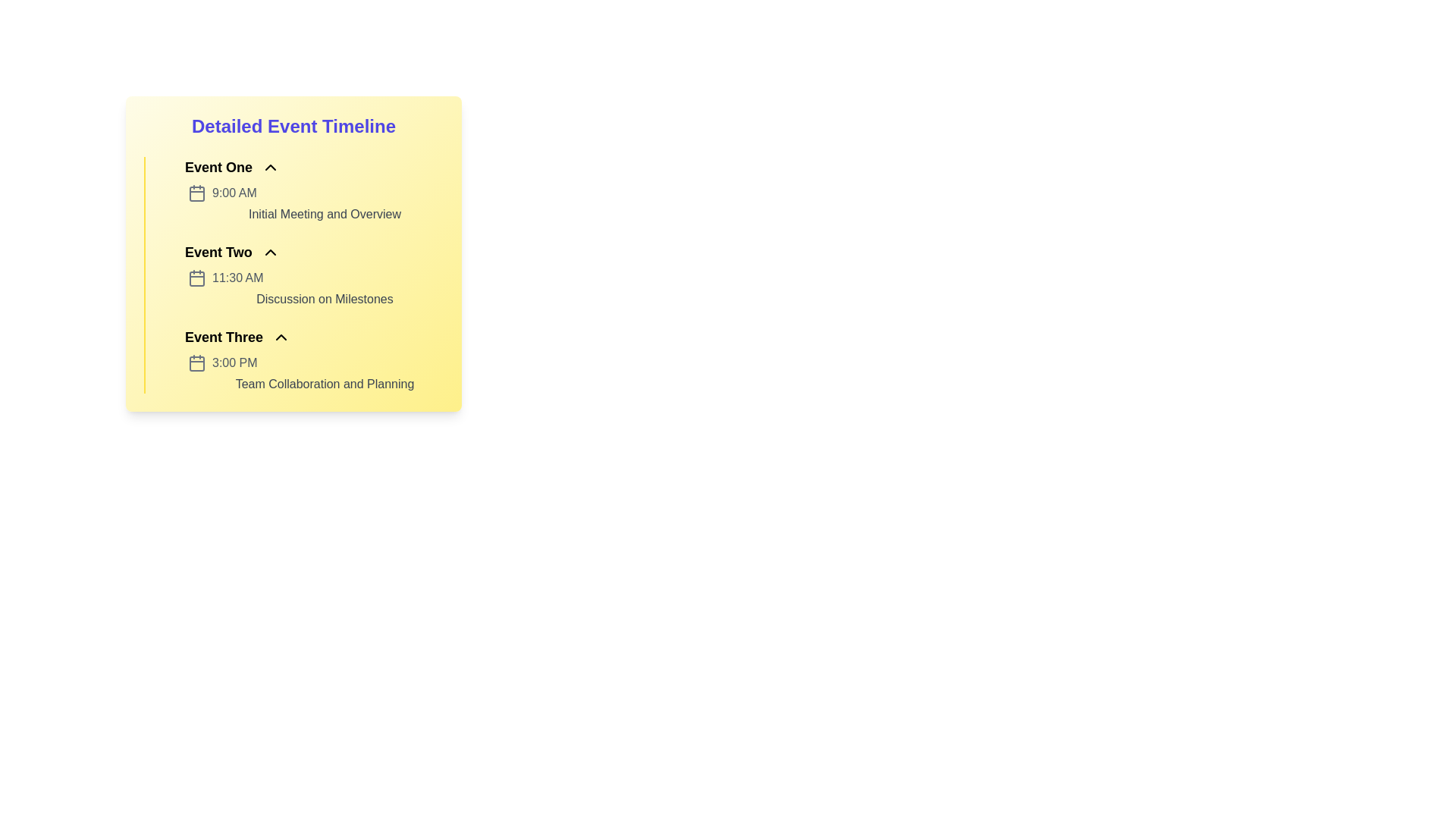 The image size is (1456, 819). Describe the element at coordinates (293, 125) in the screenshot. I see `header text element at the center of the card-like layout that provides a title for the timeline of events` at that location.